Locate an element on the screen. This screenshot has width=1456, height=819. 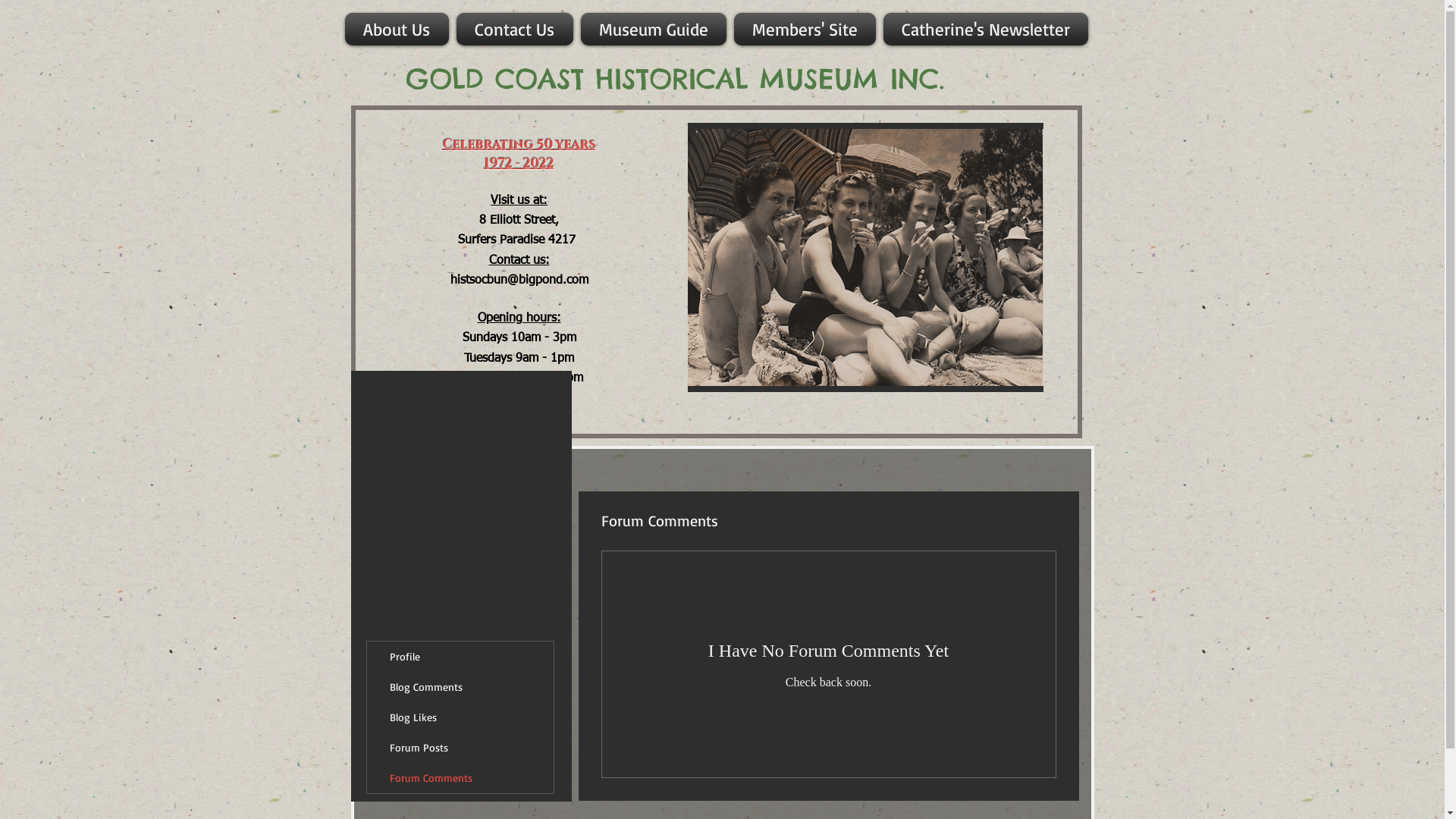
'Members' Site' is located at coordinates (729, 29).